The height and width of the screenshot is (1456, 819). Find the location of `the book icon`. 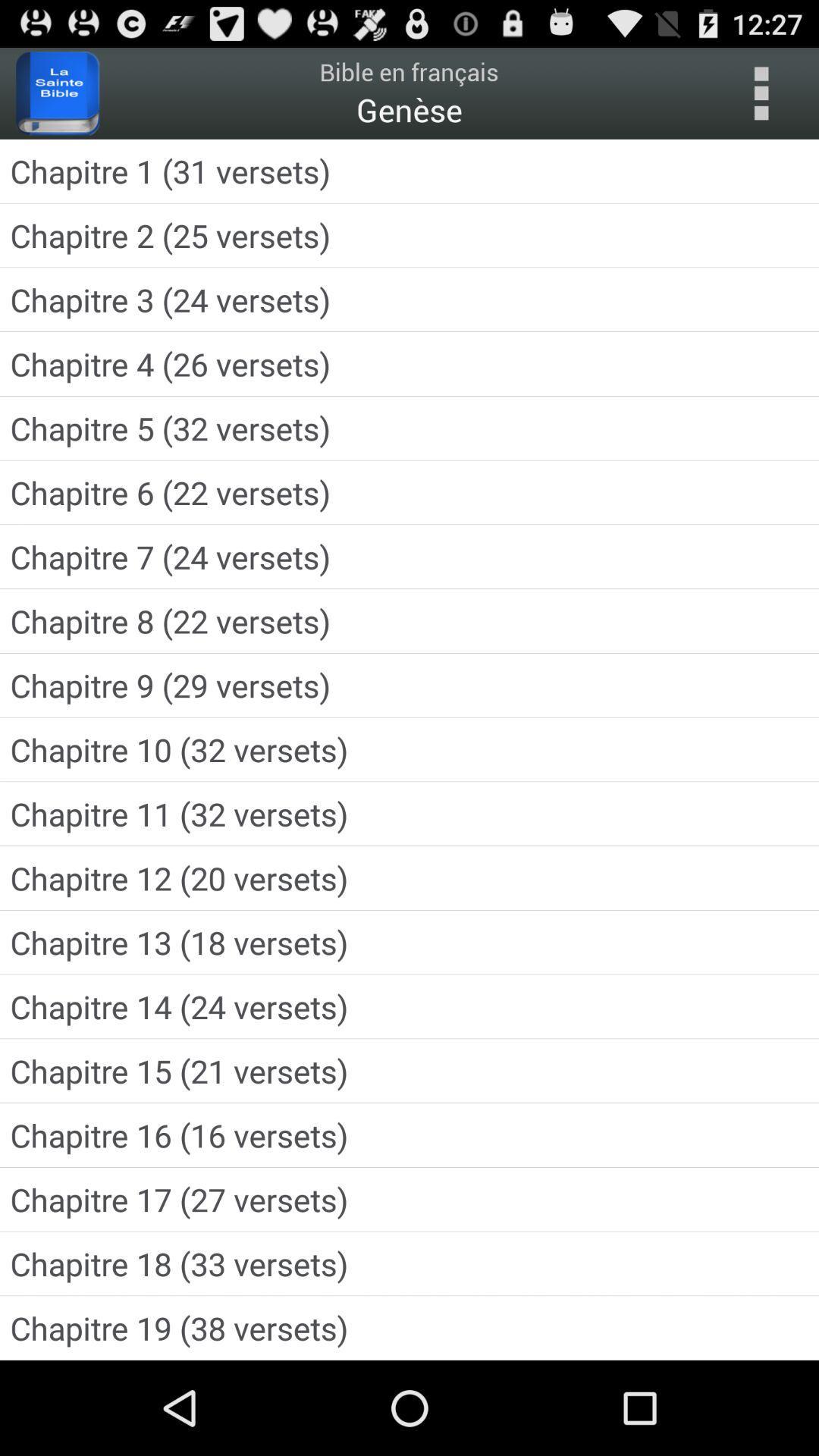

the book icon is located at coordinates (57, 99).